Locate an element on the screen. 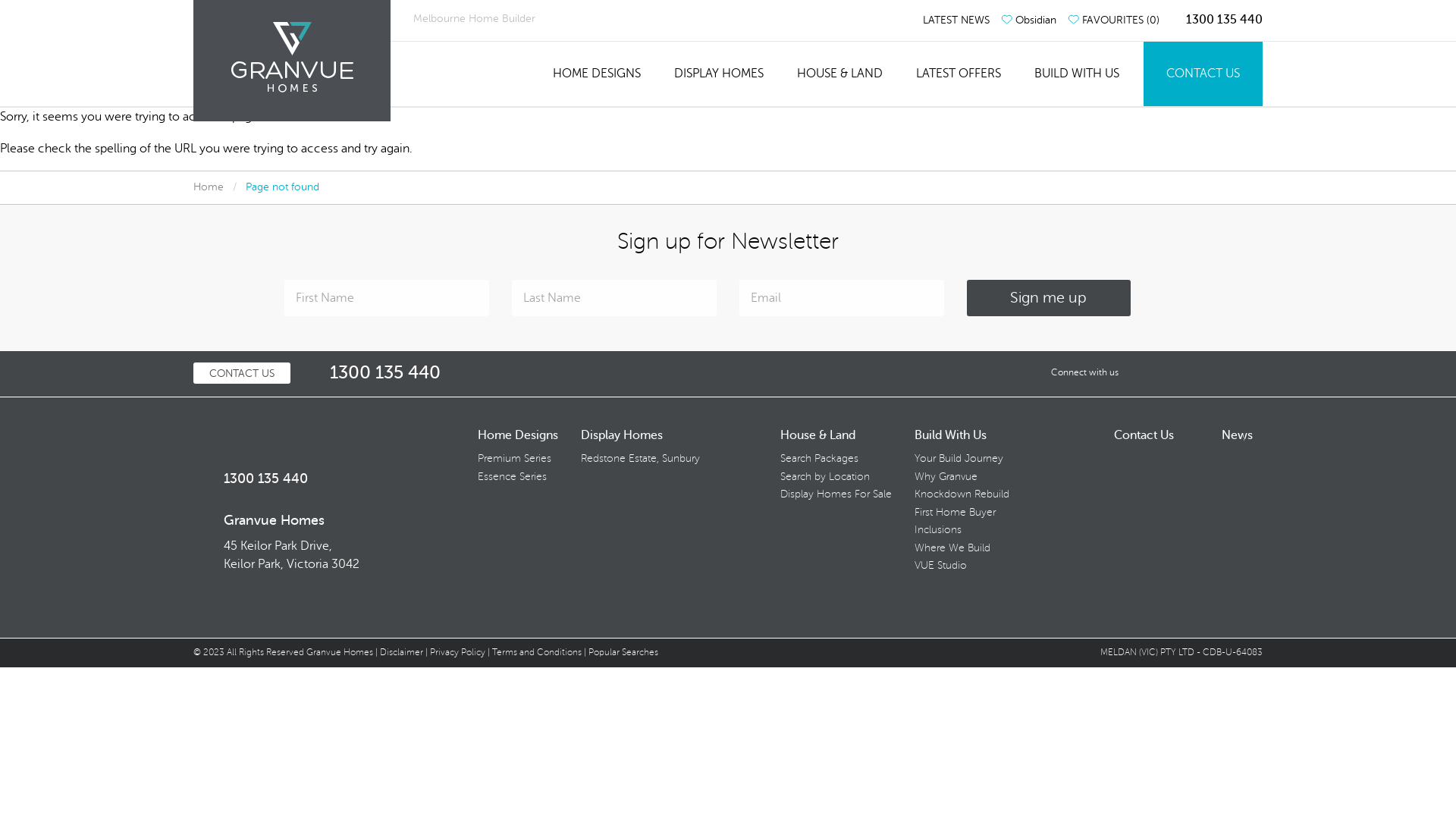 The image size is (1456, 819). 'Popular Searches' is located at coordinates (623, 651).